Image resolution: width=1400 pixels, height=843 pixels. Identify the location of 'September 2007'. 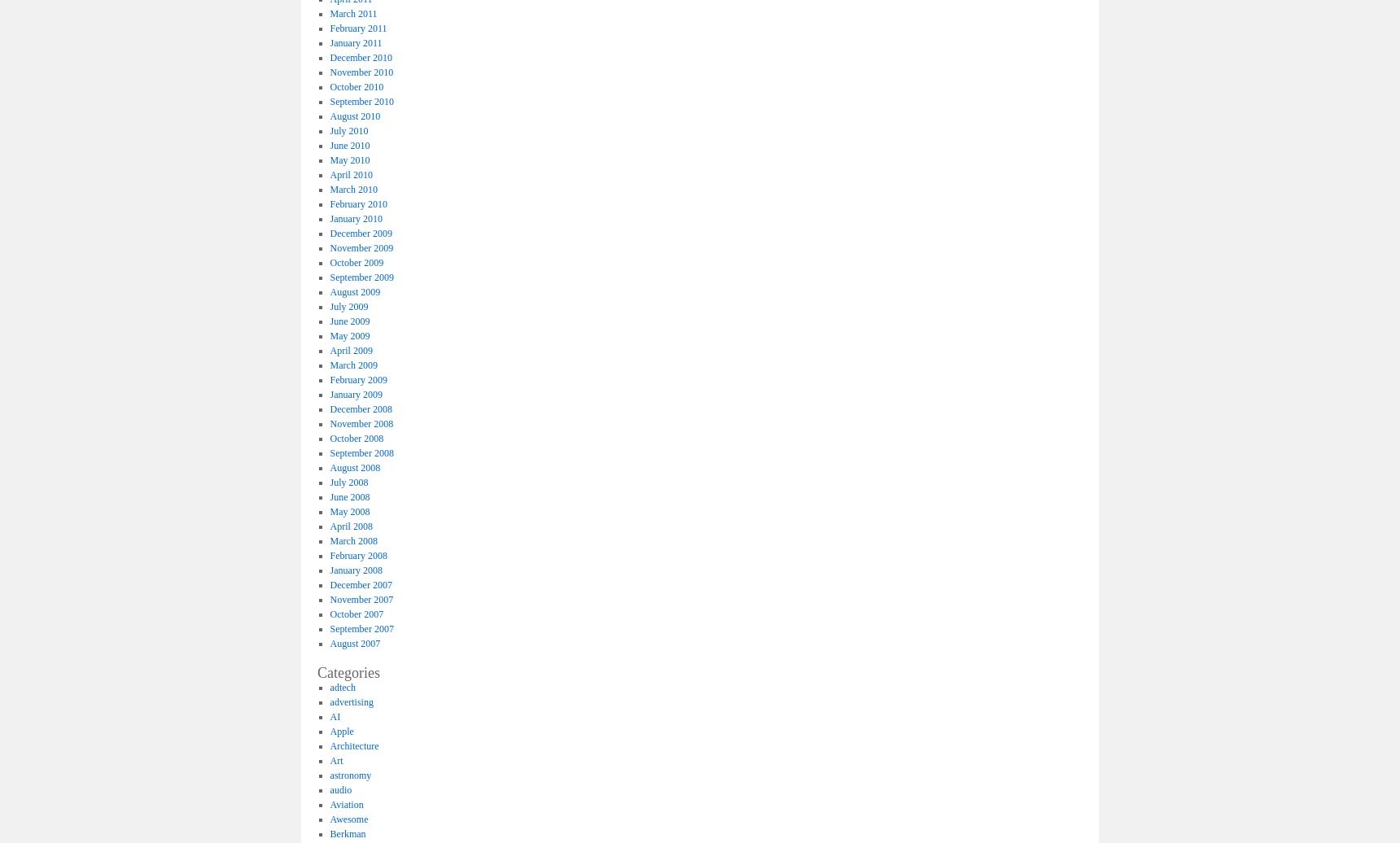
(360, 628).